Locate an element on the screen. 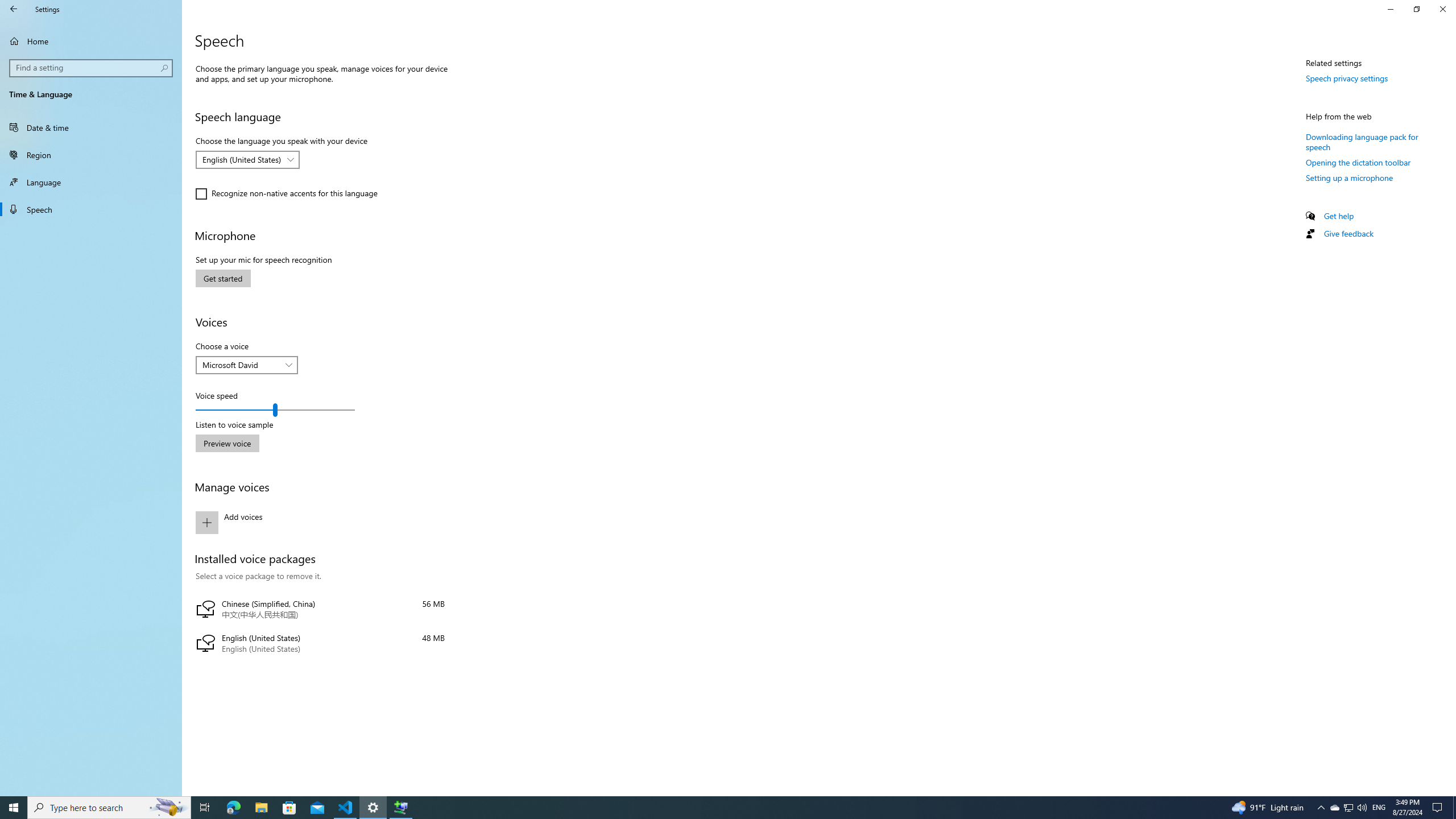  'Give feedback' is located at coordinates (1347, 233).